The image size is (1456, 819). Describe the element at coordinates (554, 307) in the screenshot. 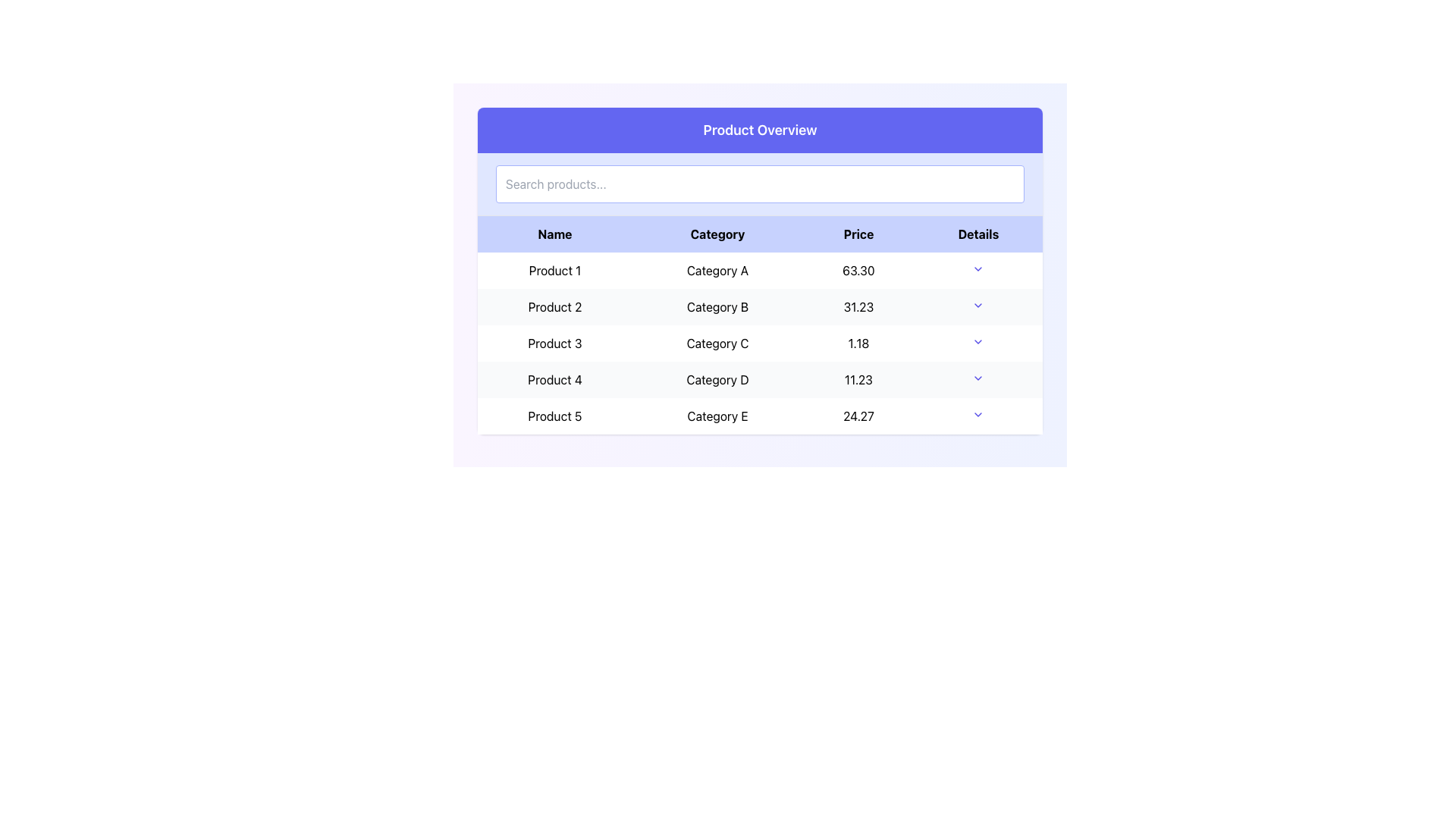

I see `the text label displaying 'Product 2' which is located in the second row of the table under the 'Name' column` at that location.